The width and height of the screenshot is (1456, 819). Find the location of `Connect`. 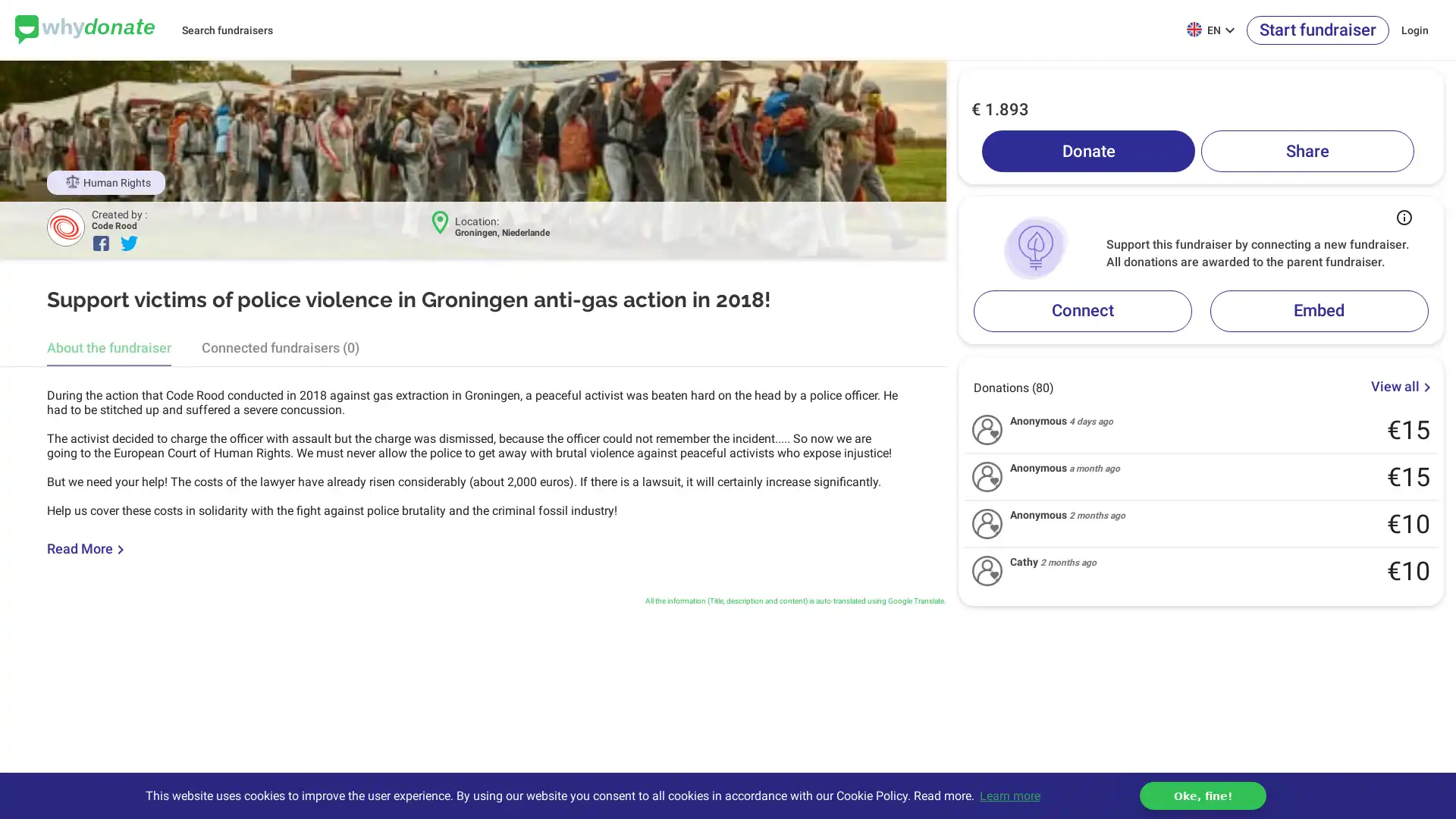

Connect is located at coordinates (1081, 309).